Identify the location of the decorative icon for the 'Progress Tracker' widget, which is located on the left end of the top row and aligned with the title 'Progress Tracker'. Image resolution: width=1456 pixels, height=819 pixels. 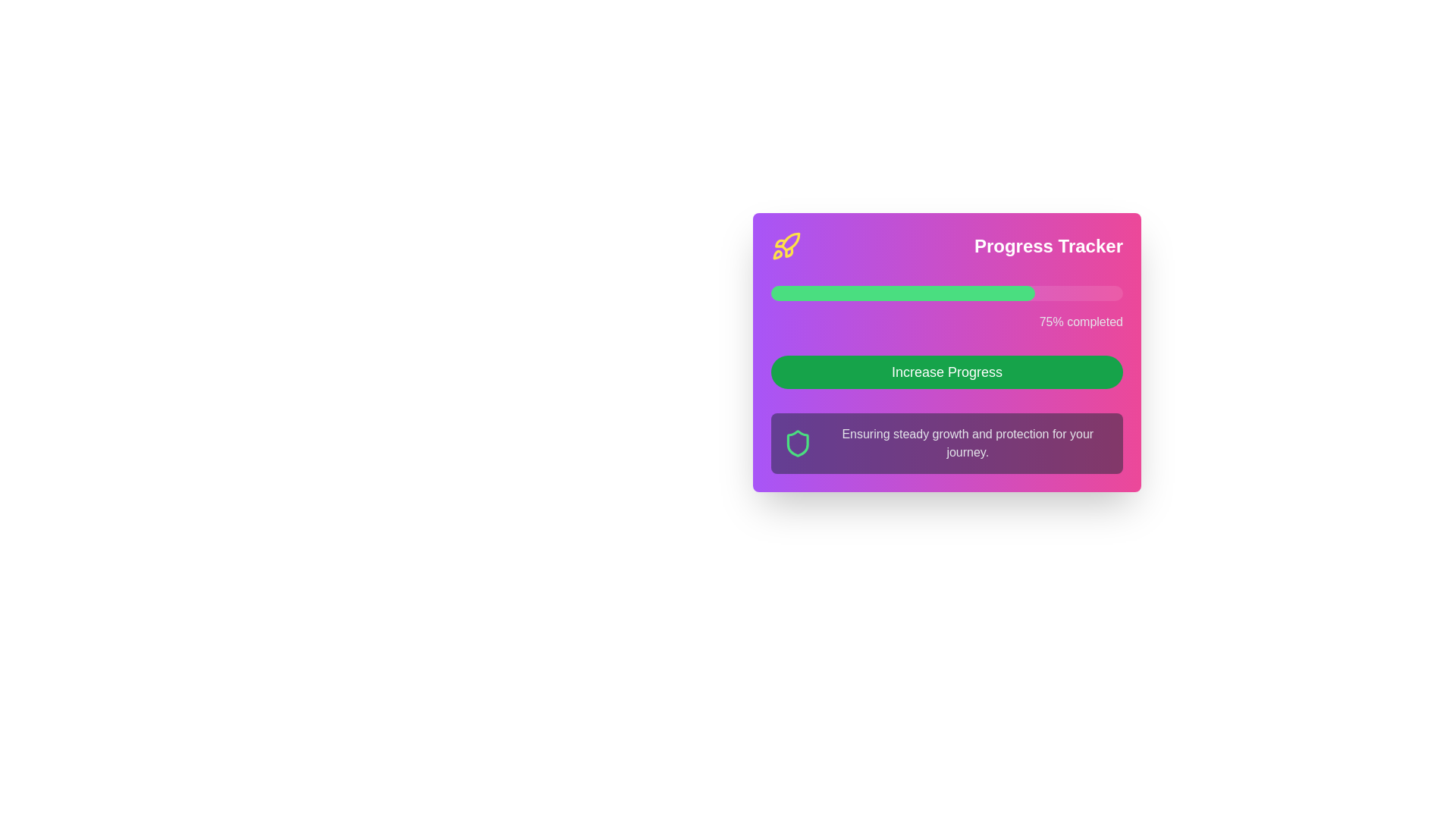
(786, 245).